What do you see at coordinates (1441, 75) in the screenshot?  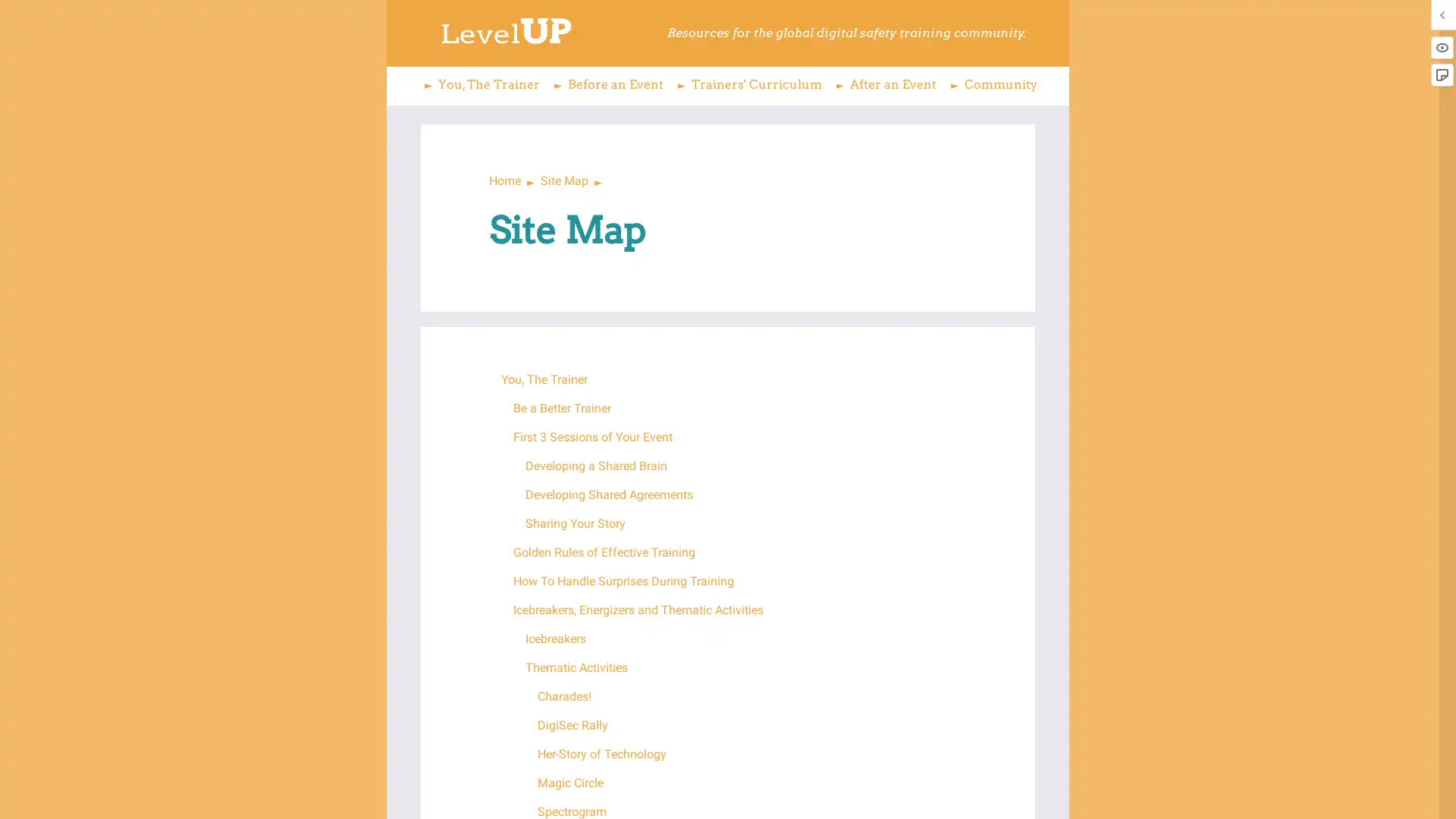 I see `New page note` at bounding box center [1441, 75].